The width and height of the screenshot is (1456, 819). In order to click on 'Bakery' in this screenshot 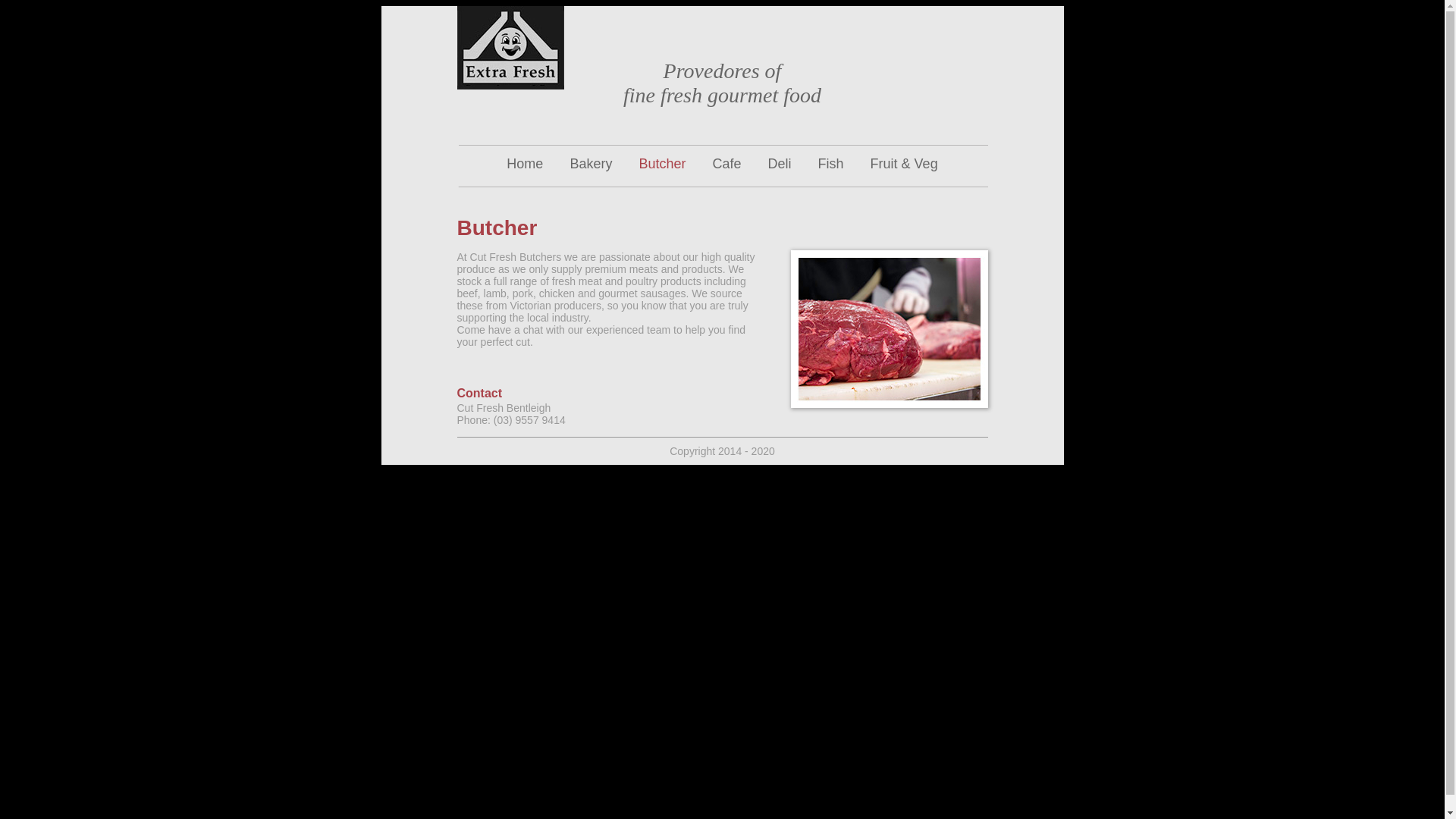, I will do `click(589, 164)`.